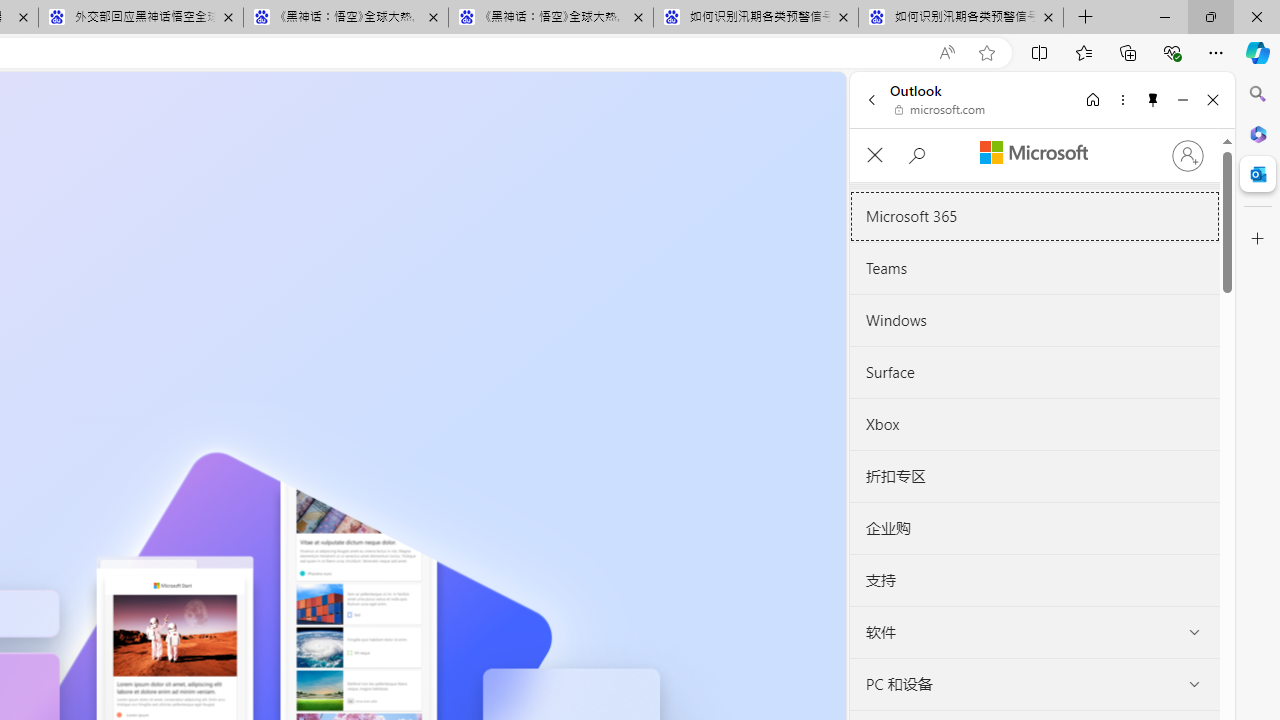 Image resolution: width=1280 pixels, height=720 pixels. I want to click on 'microsoft.com', so click(939, 110).